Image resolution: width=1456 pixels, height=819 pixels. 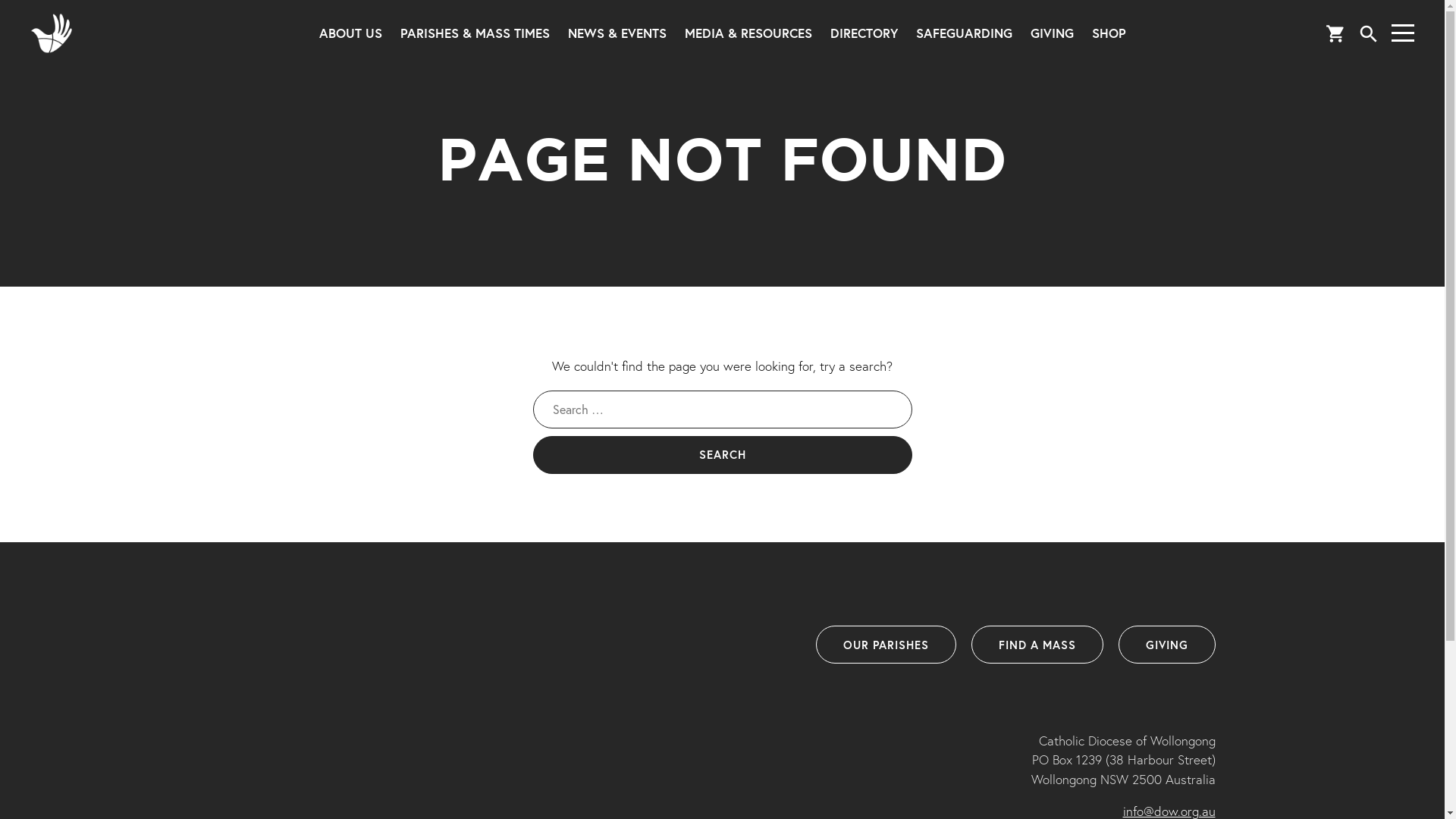 What do you see at coordinates (1165, 644) in the screenshot?
I see `'GIVING'` at bounding box center [1165, 644].